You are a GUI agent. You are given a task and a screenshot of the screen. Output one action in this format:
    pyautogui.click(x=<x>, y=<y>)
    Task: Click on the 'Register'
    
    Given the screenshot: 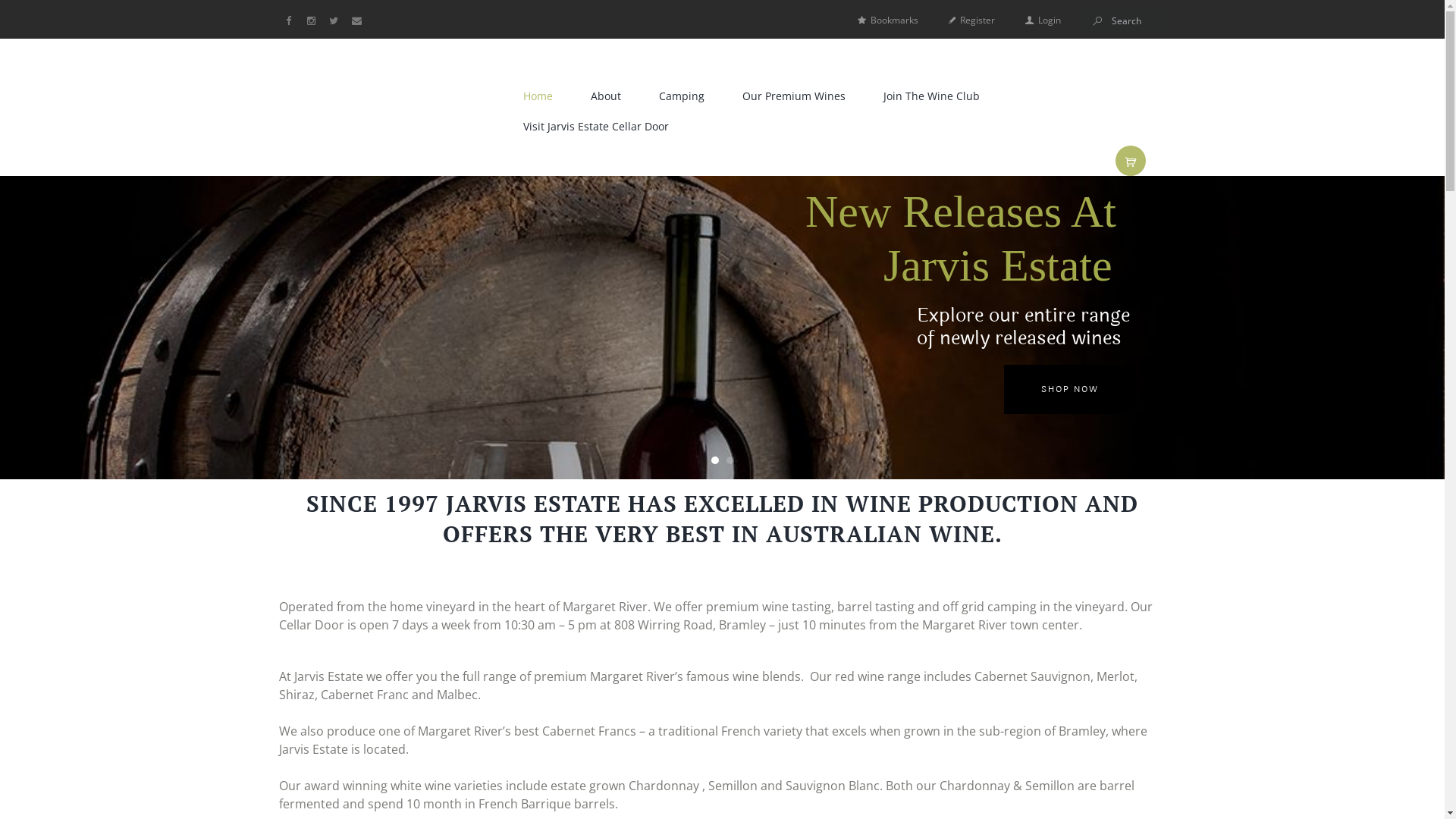 What is the action you would take?
    pyautogui.click(x=971, y=20)
    